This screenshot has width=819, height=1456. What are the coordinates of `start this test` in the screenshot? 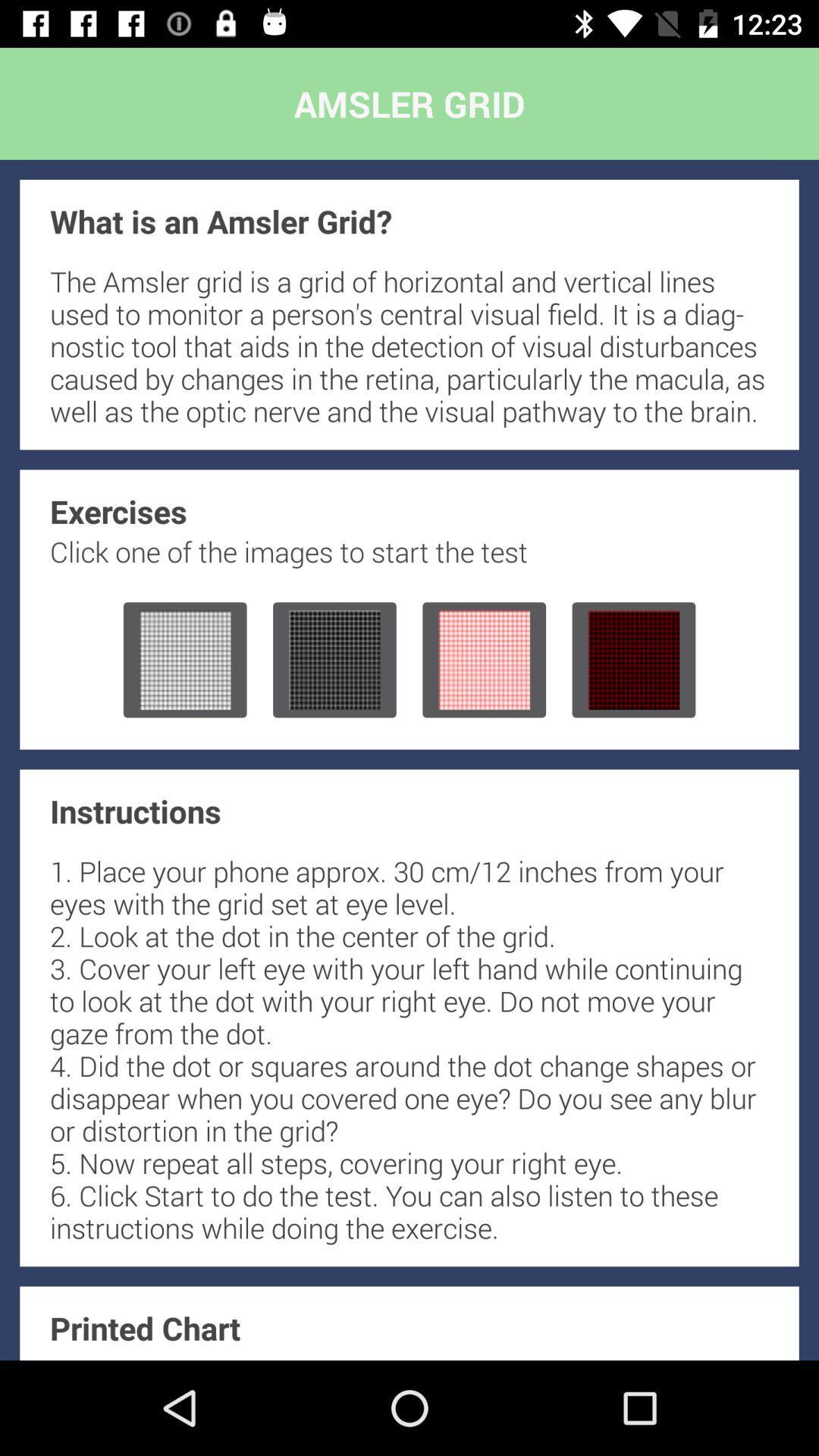 It's located at (484, 660).